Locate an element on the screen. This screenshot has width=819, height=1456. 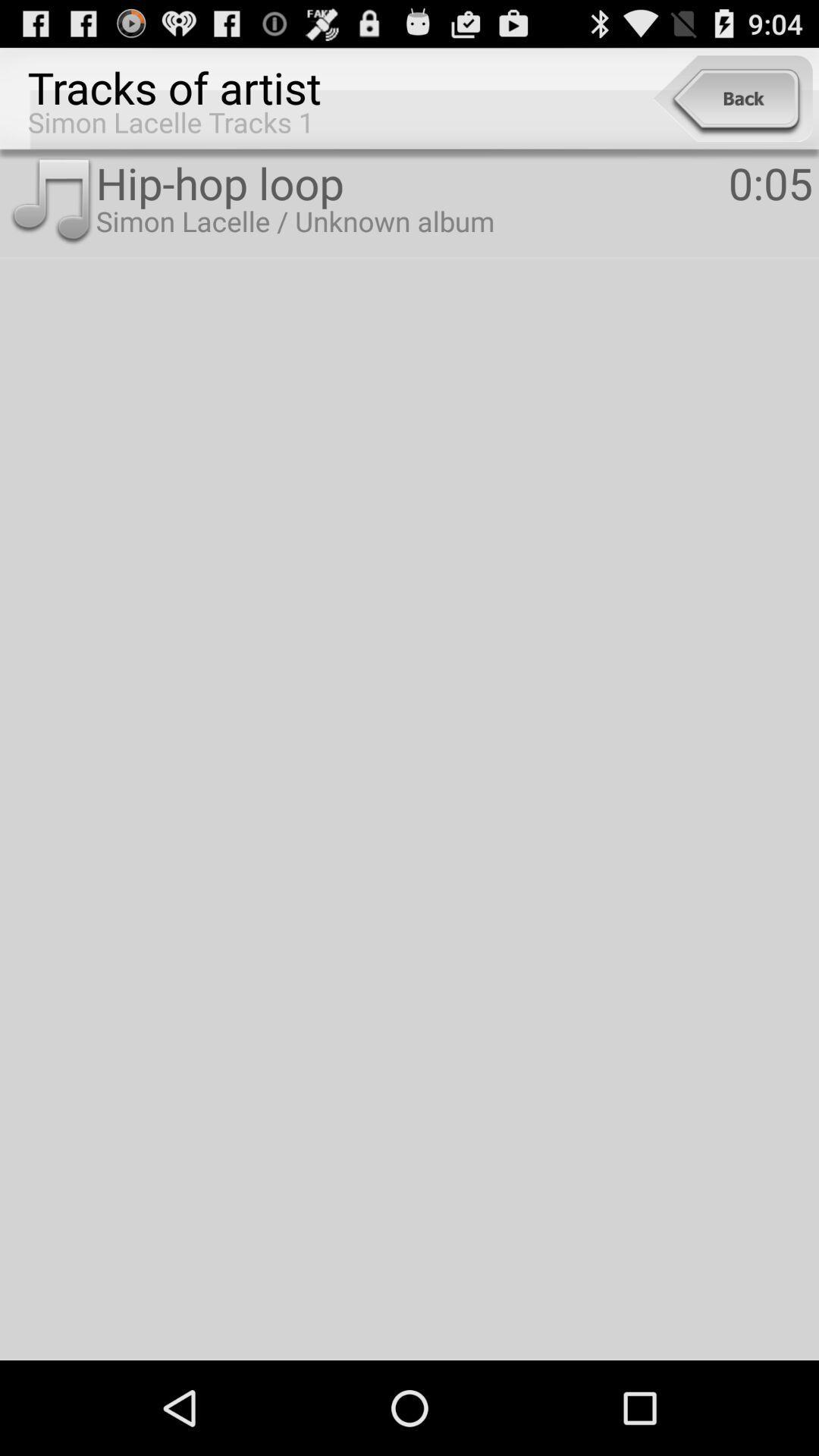
the item next to 0:05 item is located at coordinates (412, 182).